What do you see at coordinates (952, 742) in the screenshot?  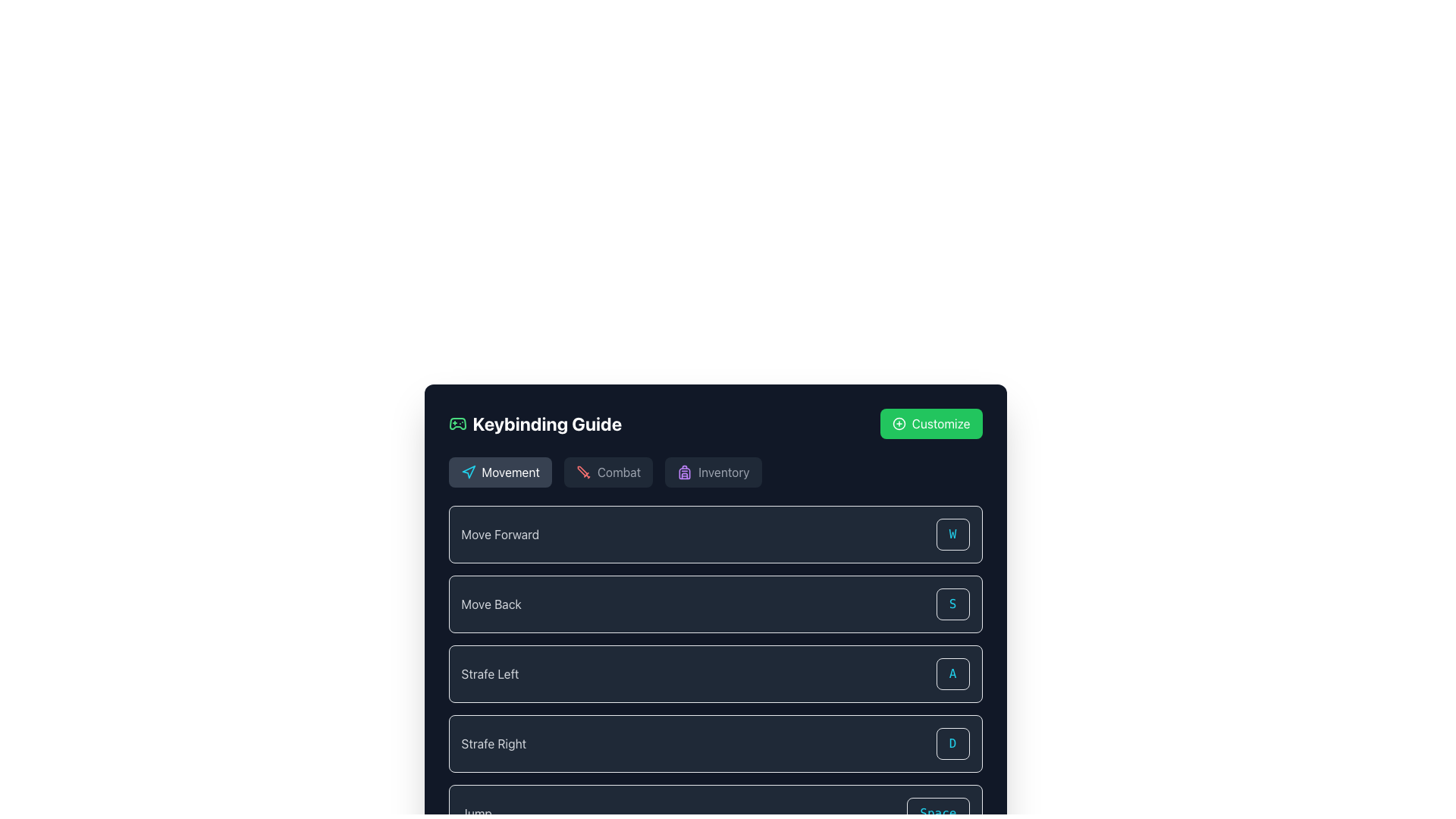 I see `the Text label displaying the letter 'D' with a cyan color, which is located to the right of the 'Strafe Right' descriptive text in the keybindings list` at bounding box center [952, 742].